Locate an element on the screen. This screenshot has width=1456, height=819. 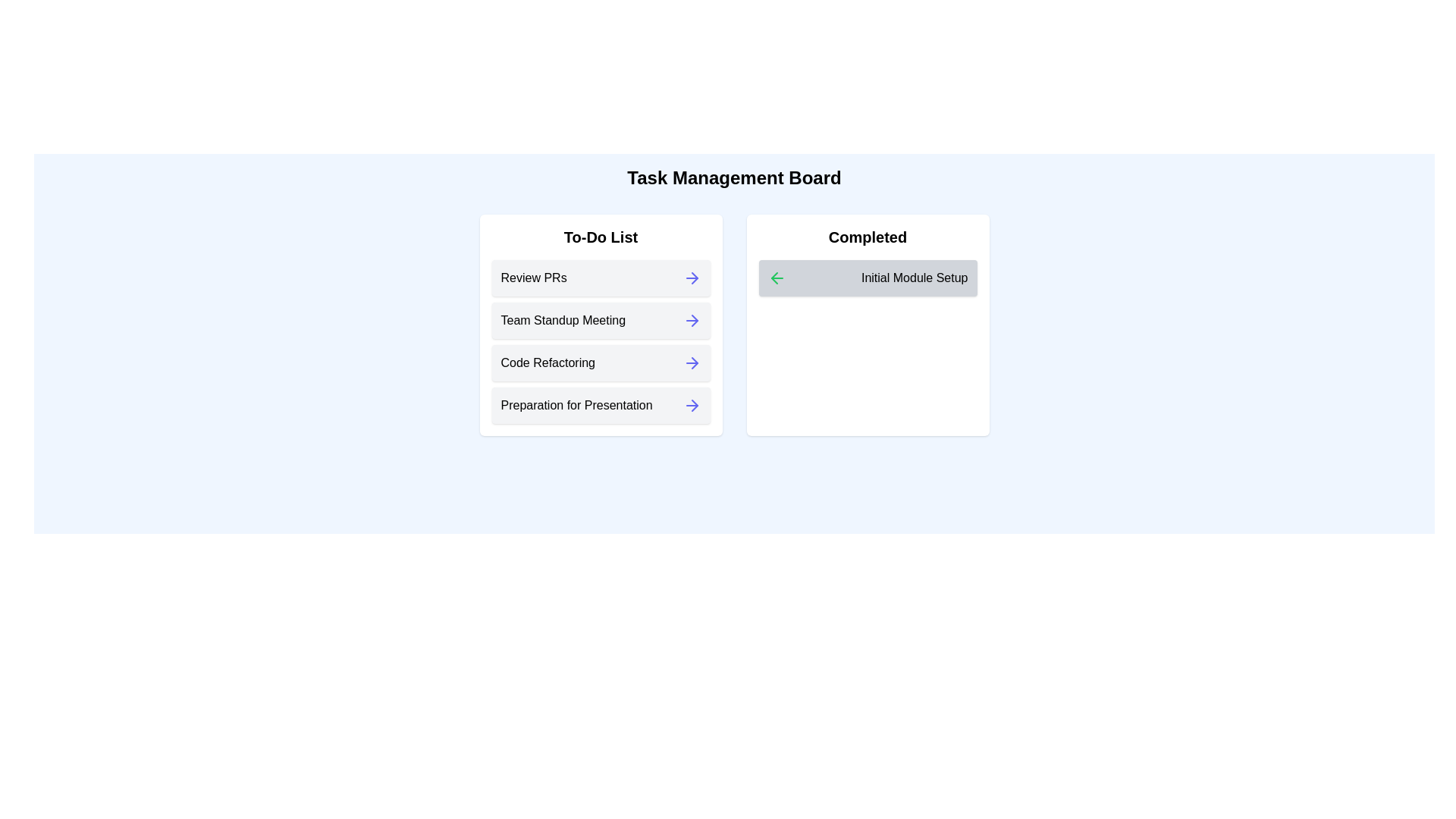
the arrow next to the task 'Code Refactoring' in the 'To-Do List' to move it to the 'Completed' list is located at coordinates (691, 362).